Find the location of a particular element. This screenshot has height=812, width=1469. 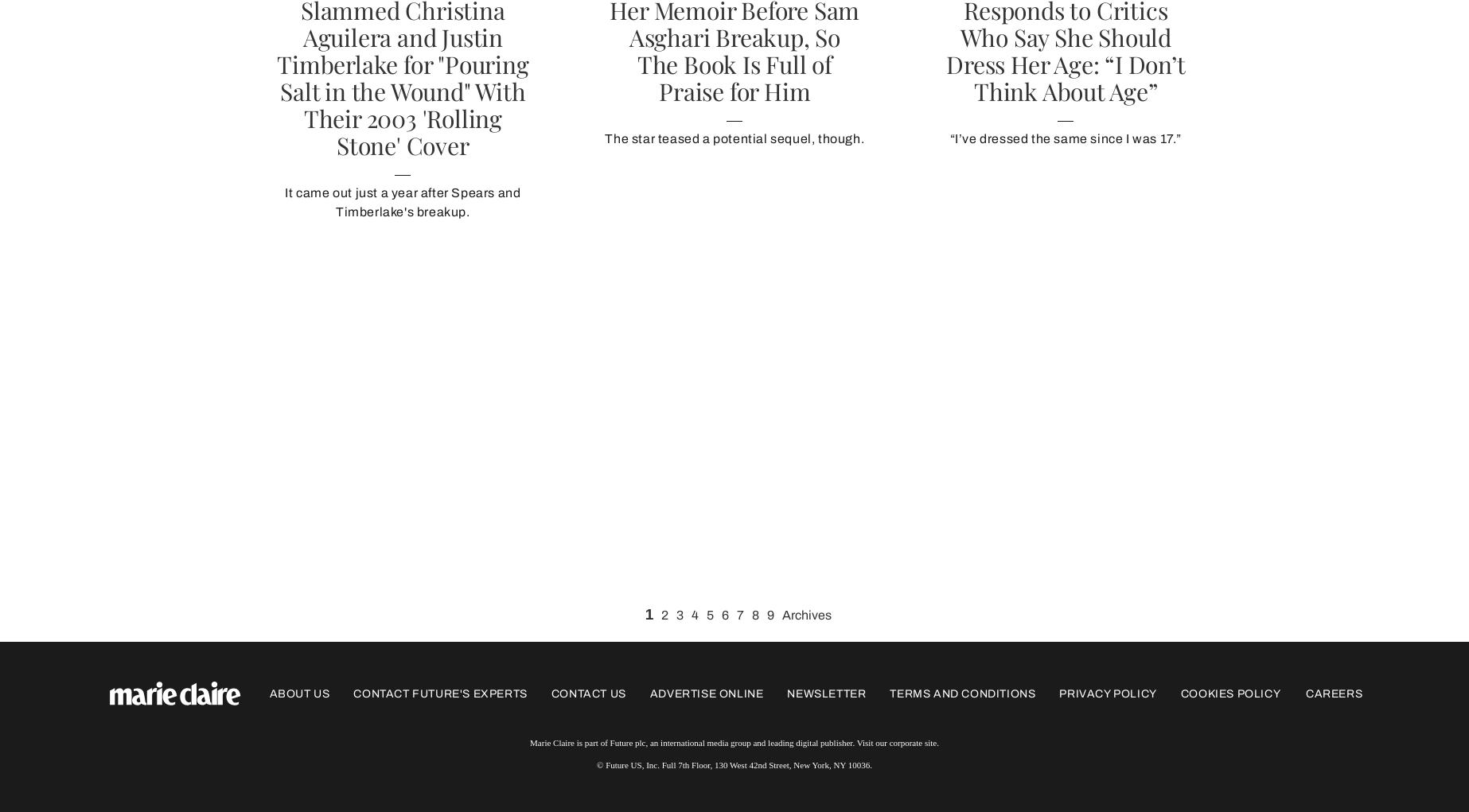

'8' is located at coordinates (751, 615).